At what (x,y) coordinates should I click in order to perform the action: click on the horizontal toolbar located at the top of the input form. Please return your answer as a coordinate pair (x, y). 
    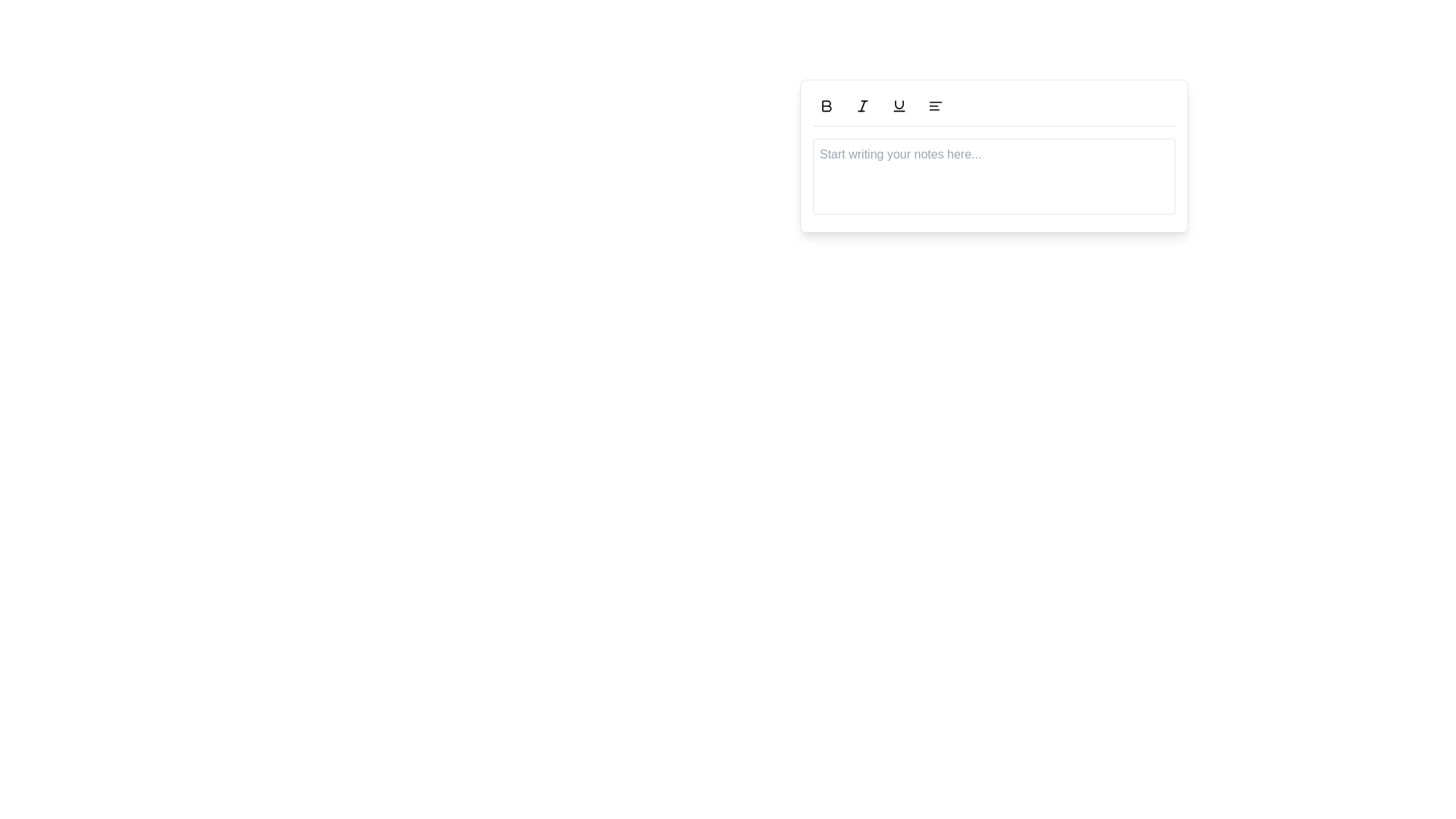
    Looking at the image, I should click on (993, 108).